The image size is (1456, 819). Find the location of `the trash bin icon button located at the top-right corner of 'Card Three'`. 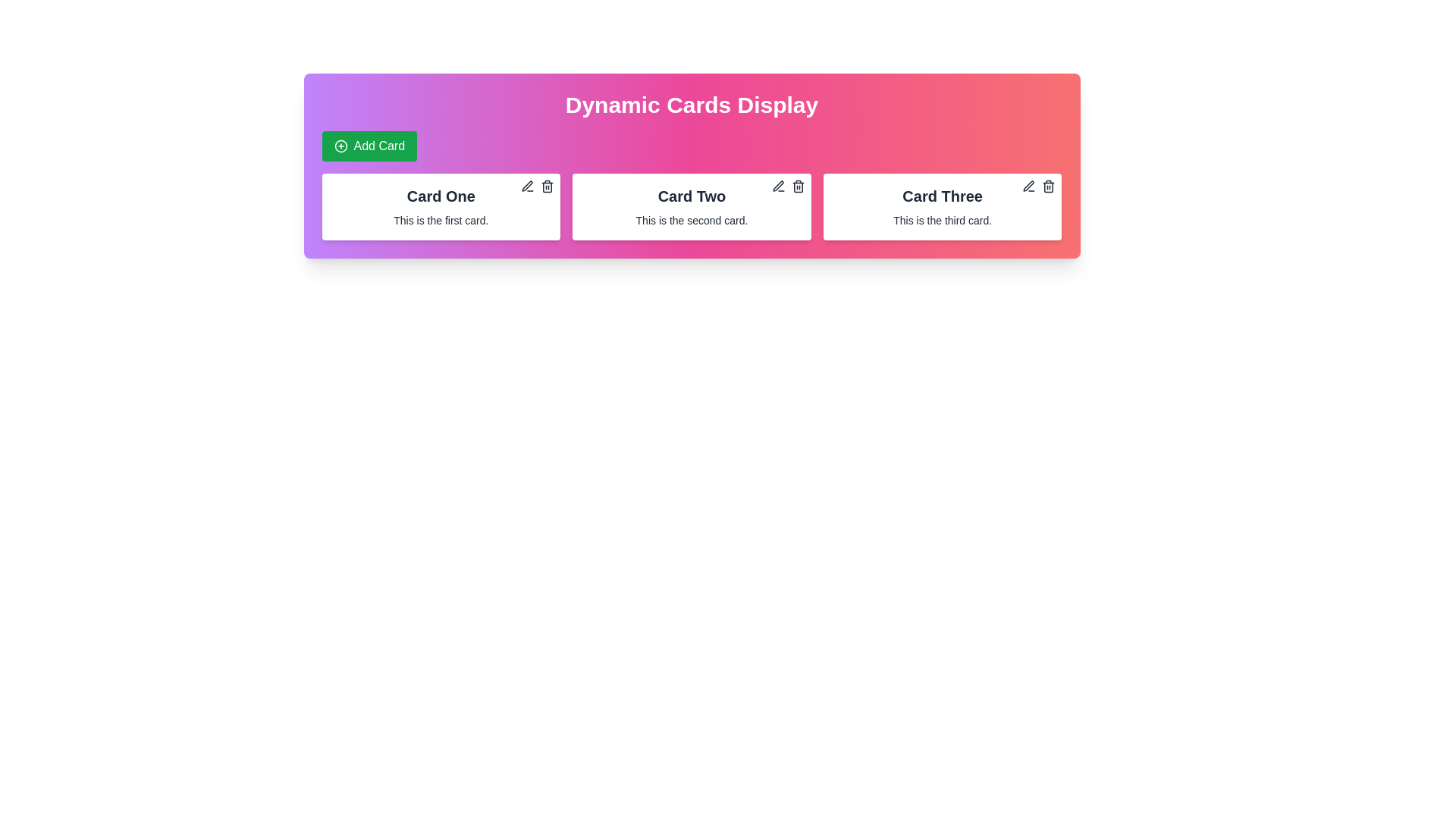

the trash bin icon button located at the top-right corner of 'Card Three' is located at coordinates (1048, 186).